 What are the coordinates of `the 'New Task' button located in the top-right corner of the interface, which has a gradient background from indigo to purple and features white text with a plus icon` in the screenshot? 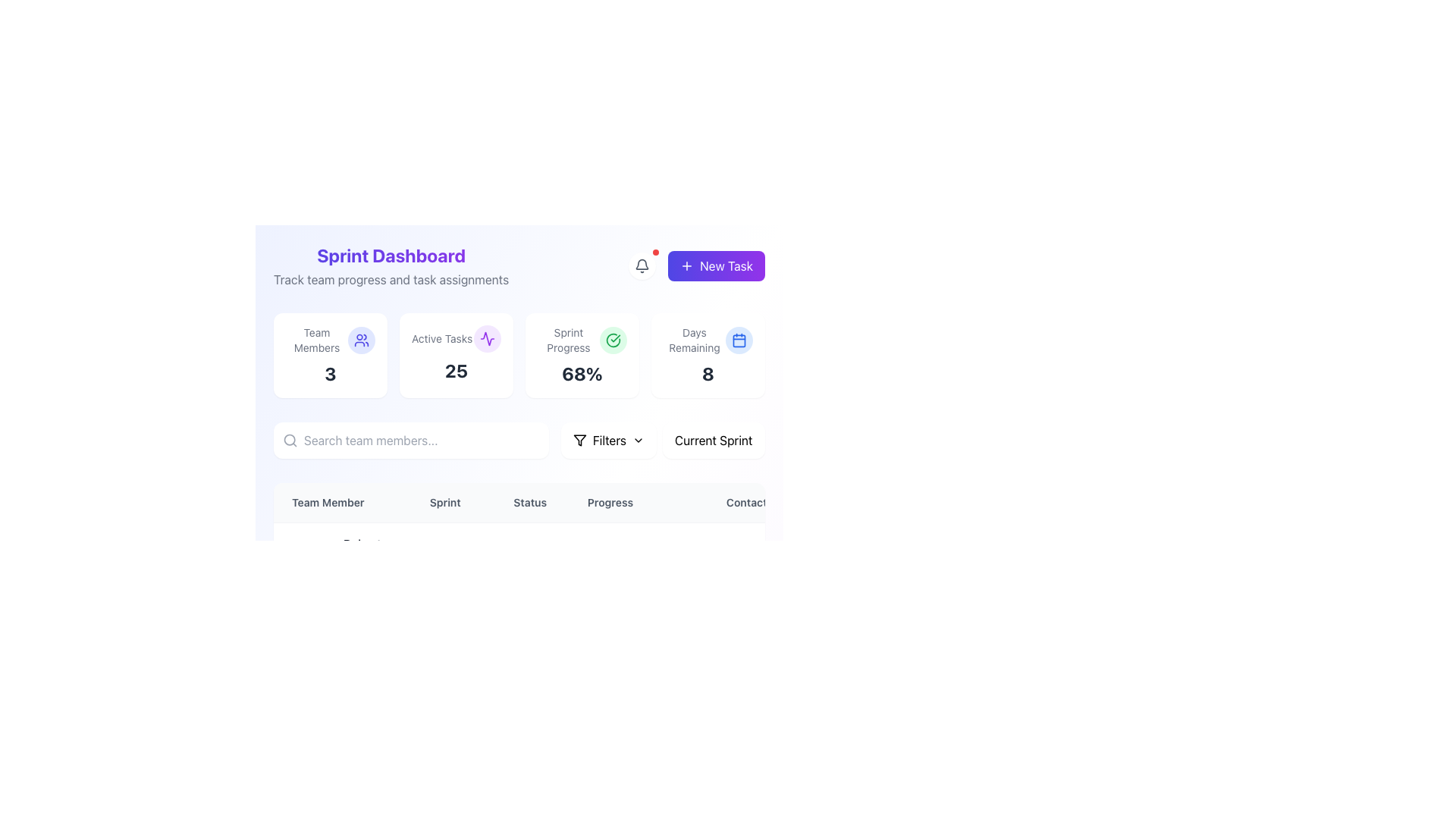 It's located at (716, 265).